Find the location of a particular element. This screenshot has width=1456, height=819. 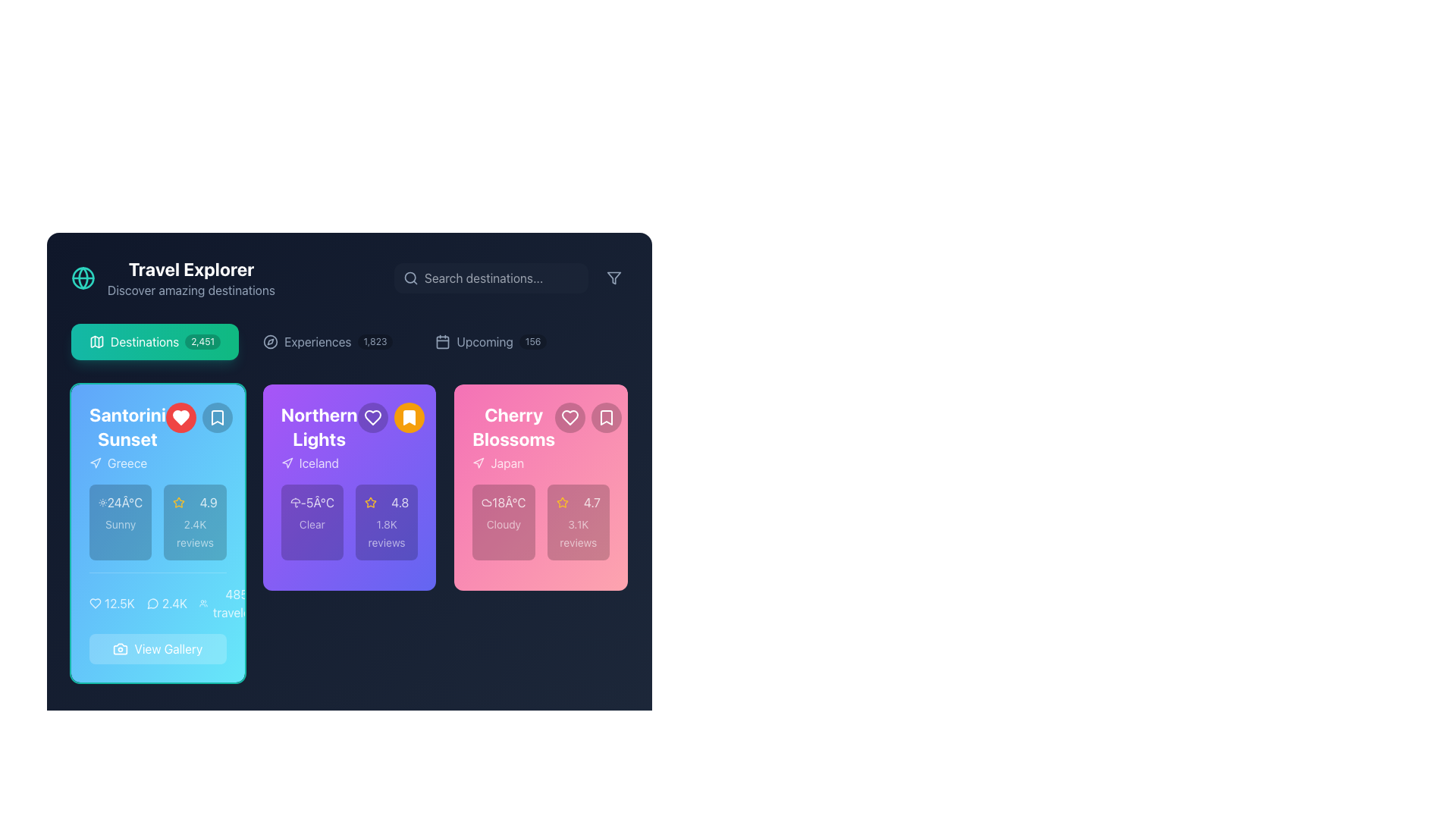

the informational display card containing the amber star icon and the text '4.9' with '2.4K reviews' underneath, located in the second row of items in the layout is located at coordinates (194, 522).